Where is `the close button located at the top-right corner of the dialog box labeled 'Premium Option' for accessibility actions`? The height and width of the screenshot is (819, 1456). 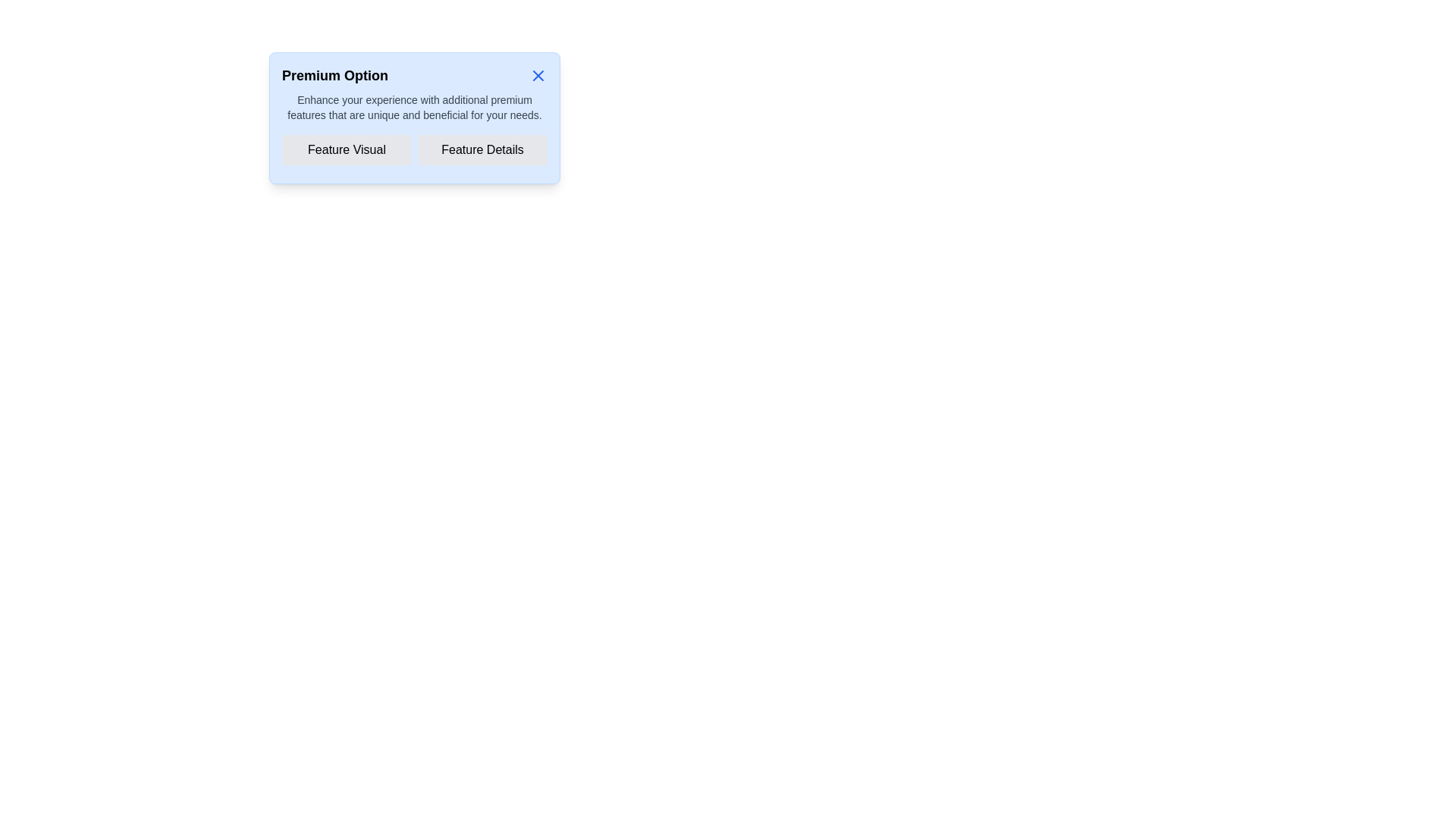
the close button located at the top-right corner of the dialog box labeled 'Premium Option' for accessibility actions is located at coordinates (538, 76).